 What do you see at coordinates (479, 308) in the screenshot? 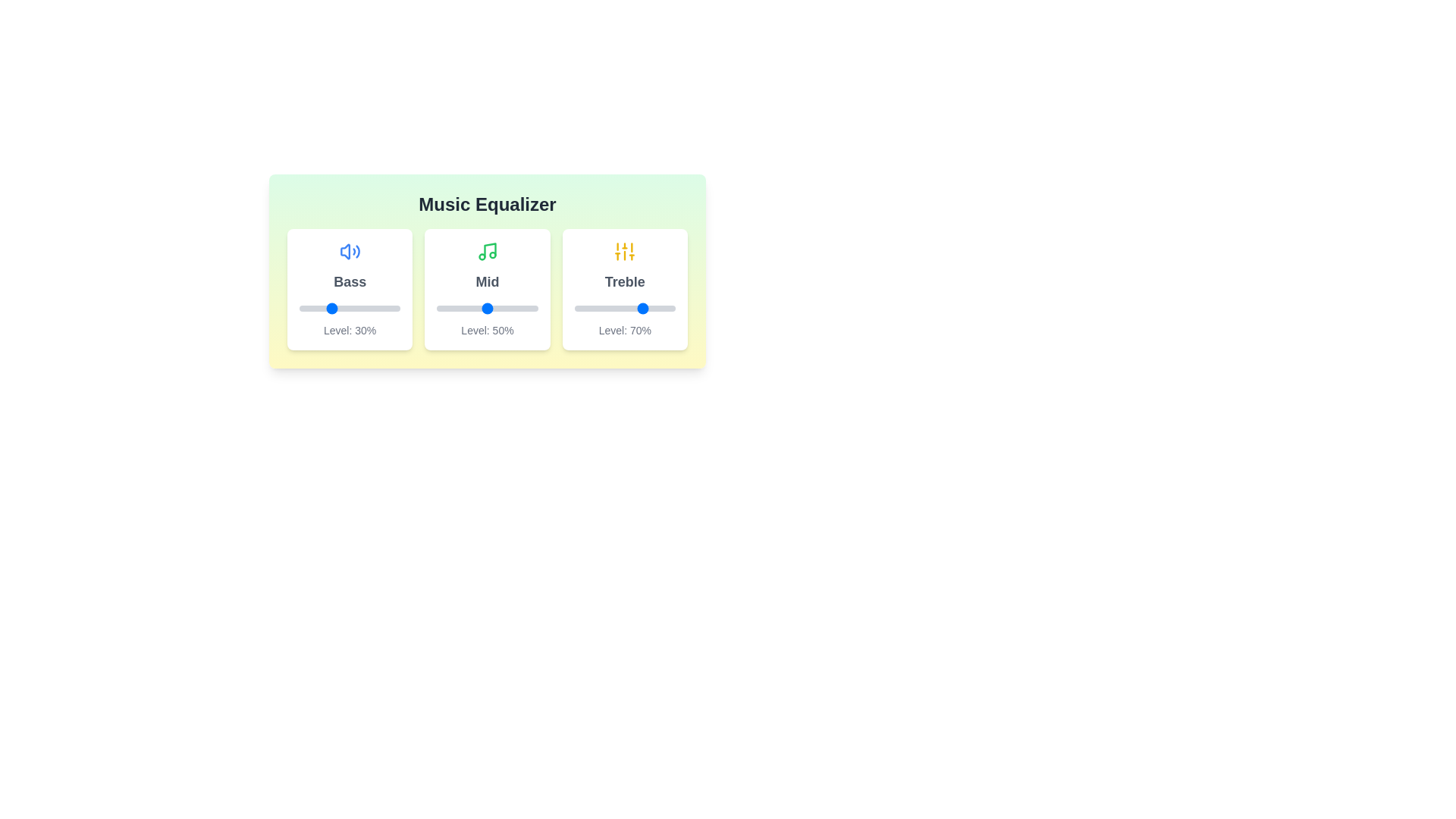
I see `the 'Mid' slider to 42%` at bounding box center [479, 308].